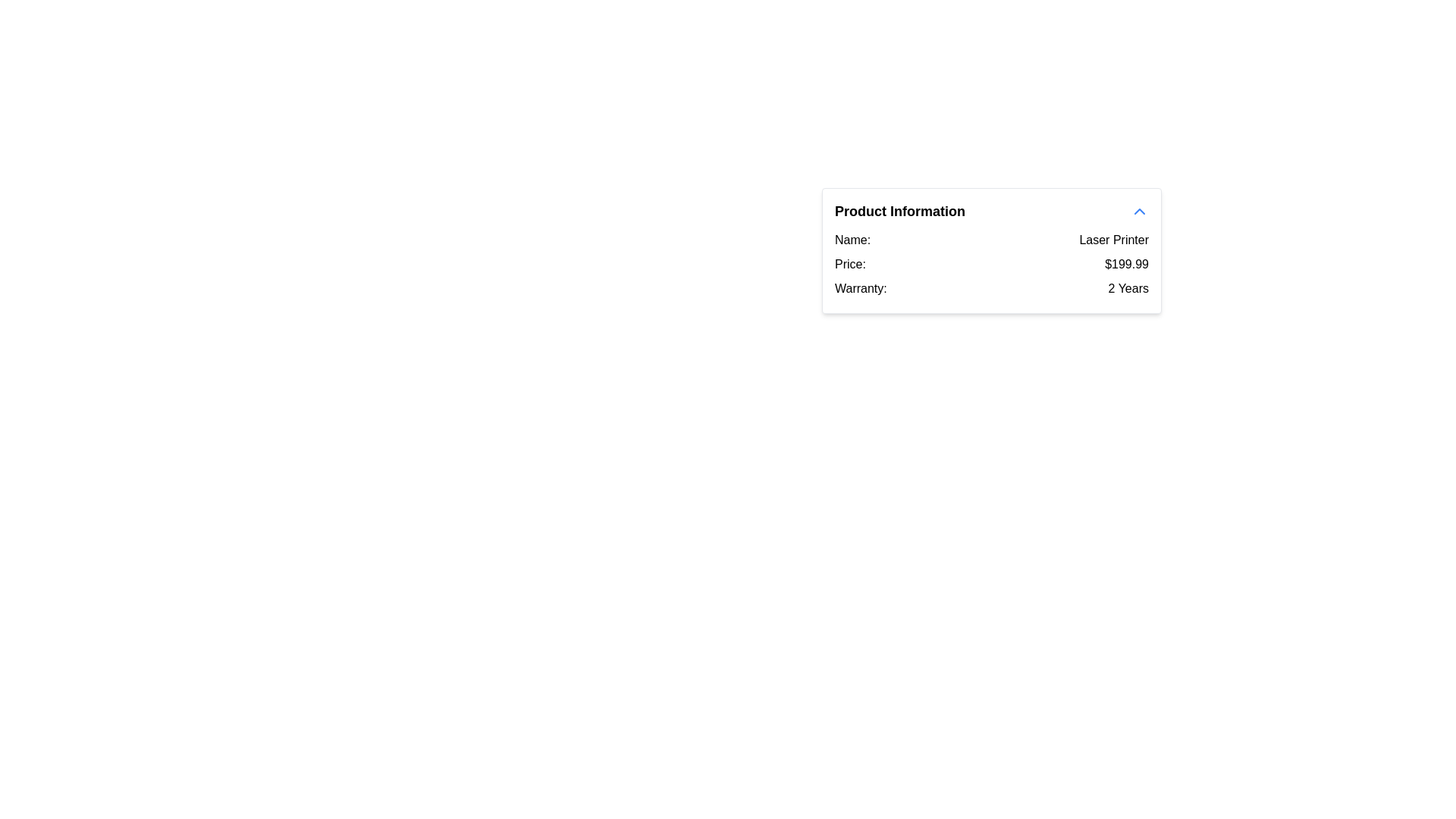  I want to click on the Static Text Label displaying 'Price:' which is positioned to the left of the price value '$199.99' in the product information widget, so click(850, 263).